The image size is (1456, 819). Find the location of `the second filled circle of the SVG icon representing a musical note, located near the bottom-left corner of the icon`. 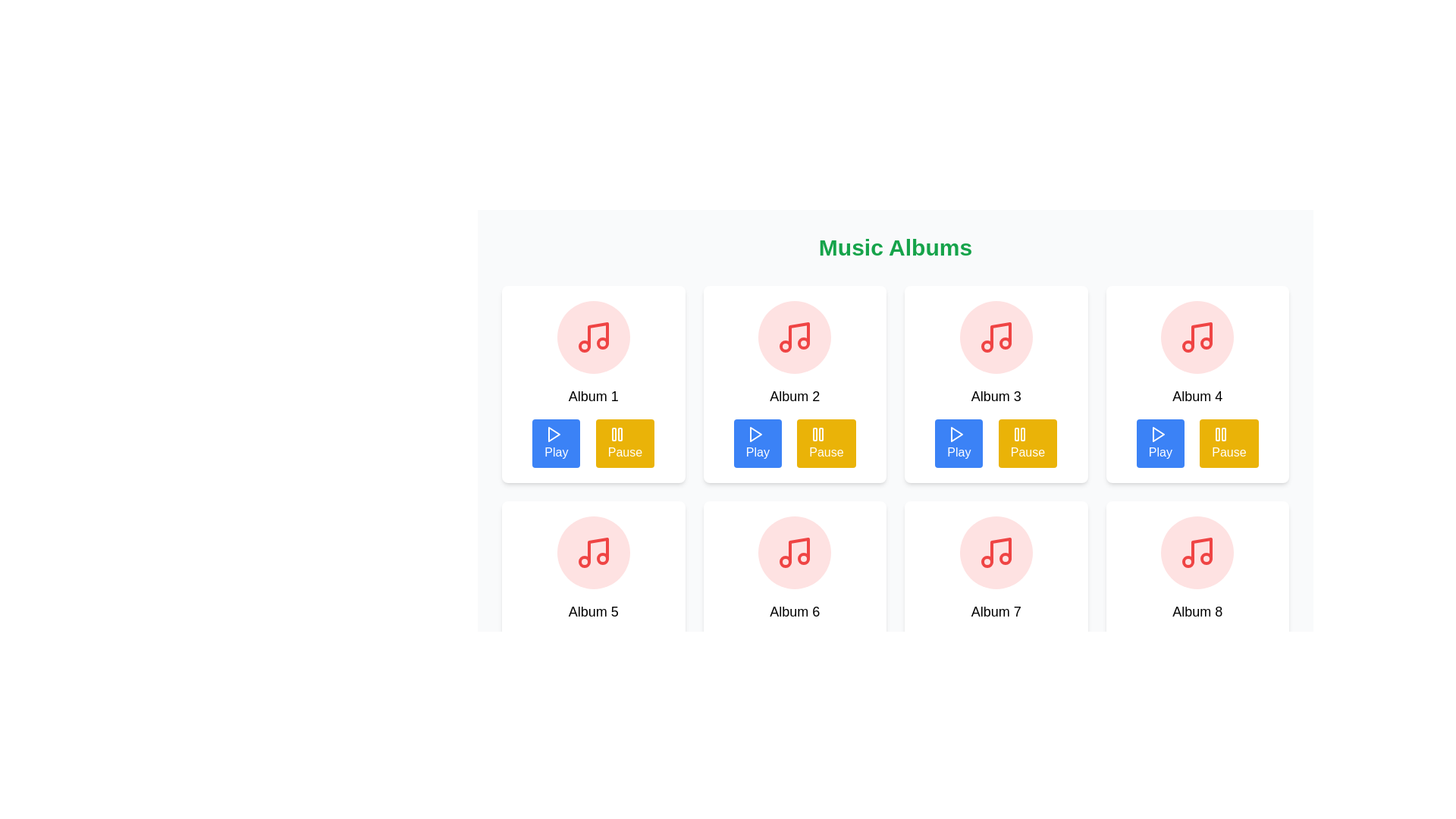

the second filled circle of the SVG icon representing a musical note, located near the bottom-left corner of the icon is located at coordinates (786, 346).